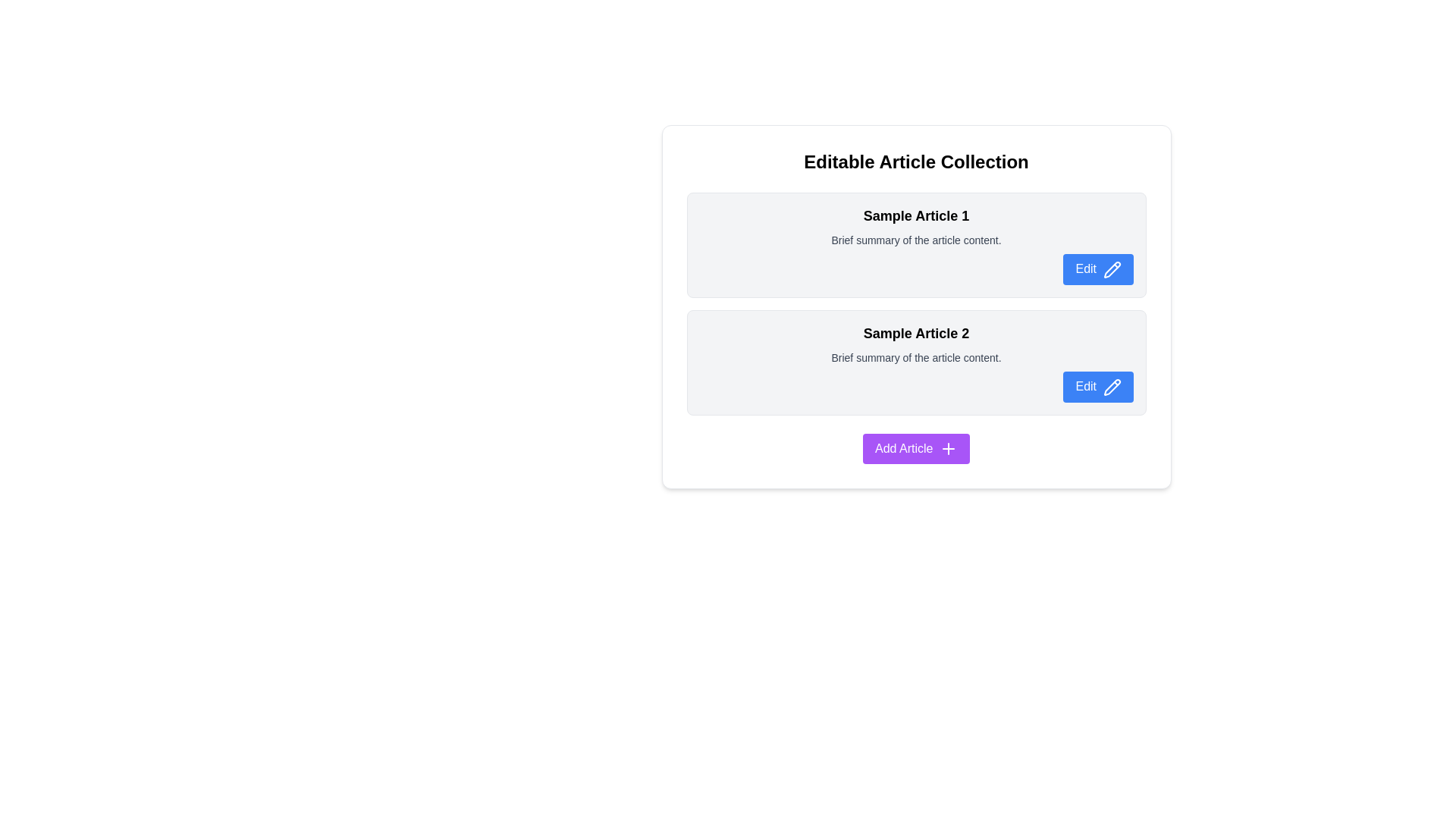  What do you see at coordinates (1112, 386) in the screenshot?
I see `the pencil icon located within the rightmost portion of the 'Edit' button for 'Sample Article 2' to invoke edit mode` at bounding box center [1112, 386].